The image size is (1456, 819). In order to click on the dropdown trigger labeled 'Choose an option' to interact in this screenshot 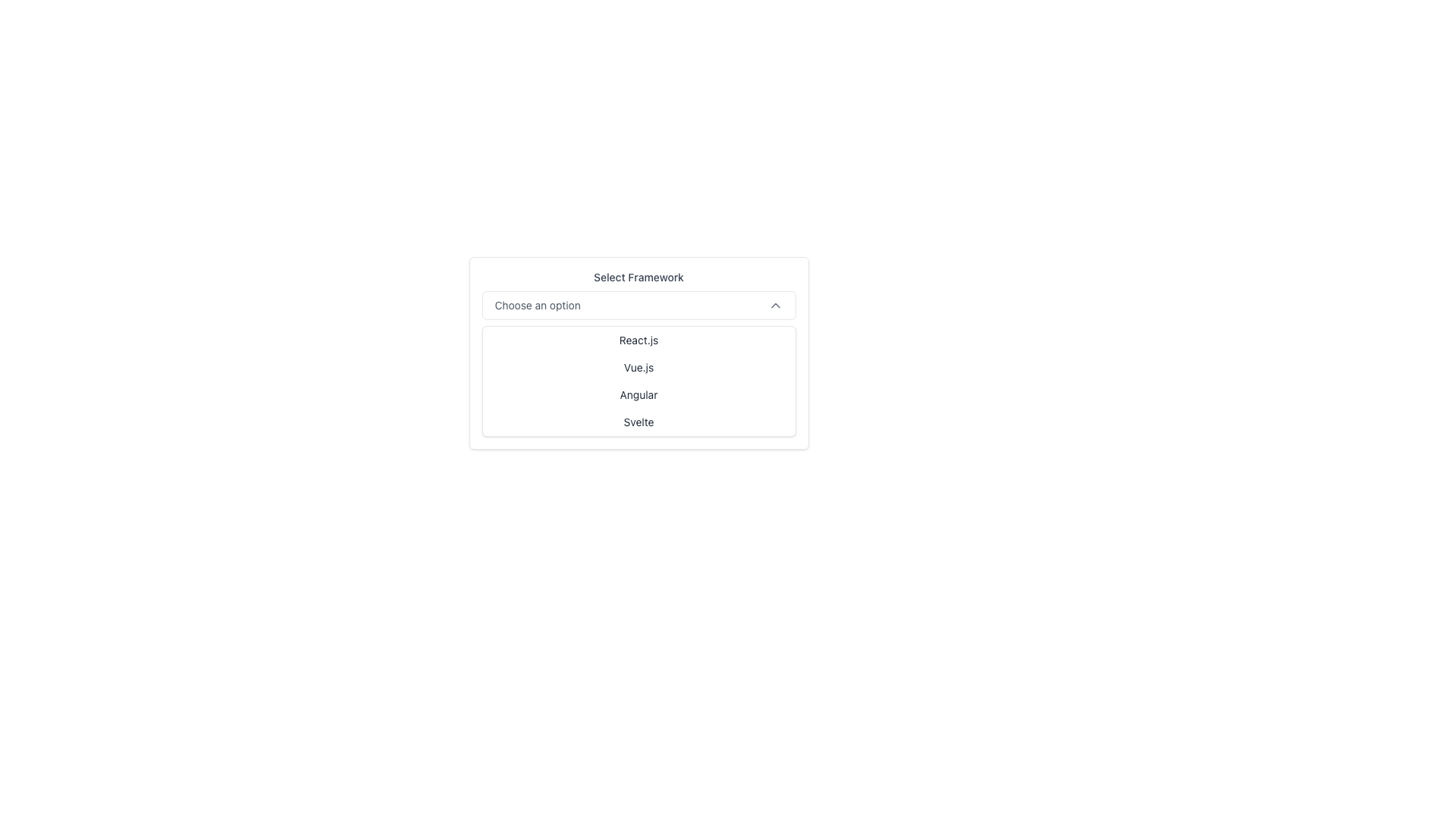, I will do `click(639, 305)`.